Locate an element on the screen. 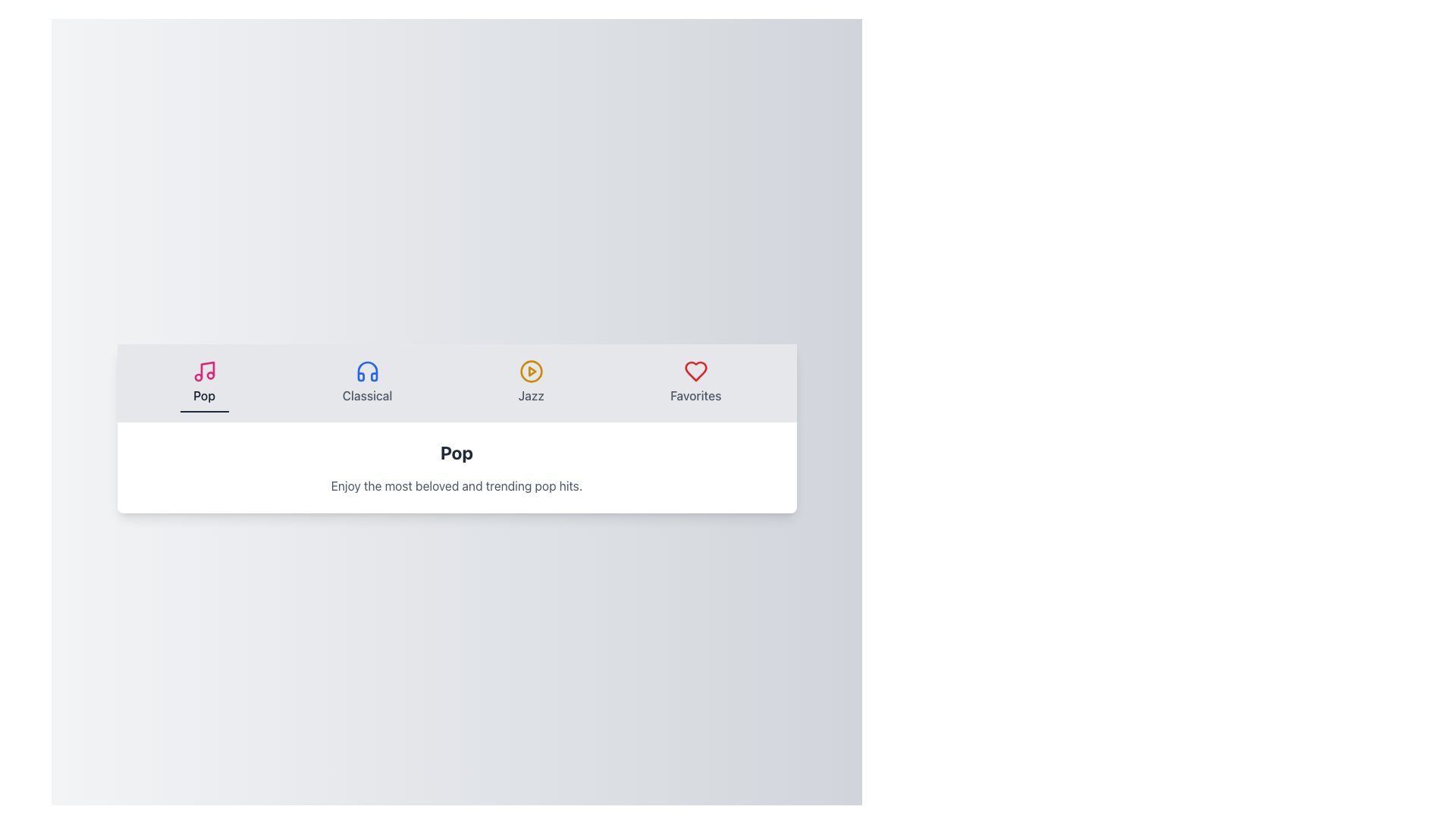 This screenshot has height=819, width=1456. the red heart icon button labeled 'Favorites' in the navigation bar is located at coordinates (695, 381).